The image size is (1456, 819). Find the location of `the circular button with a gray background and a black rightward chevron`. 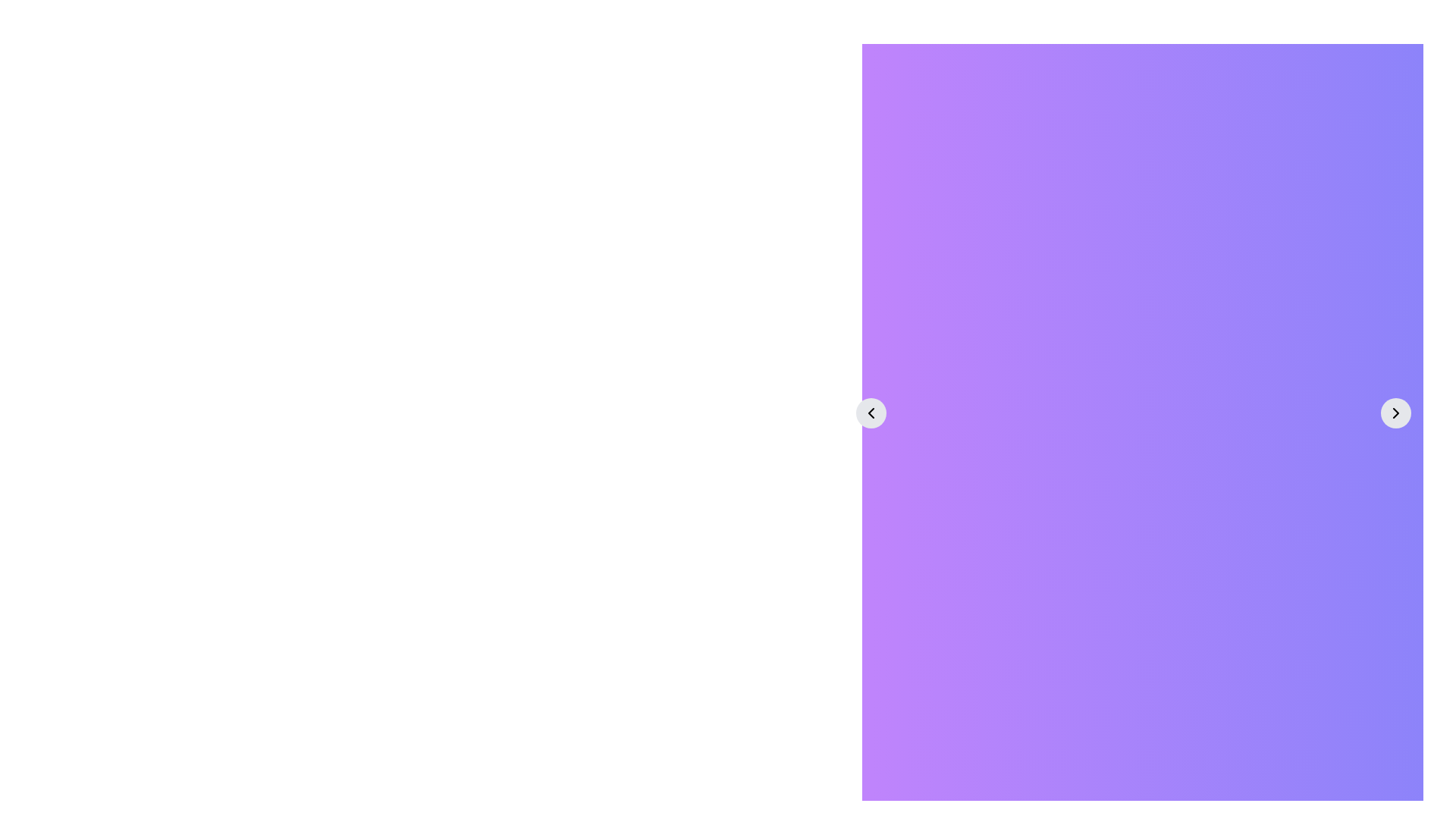

the circular button with a gray background and a black rightward chevron is located at coordinates (1395, 413).